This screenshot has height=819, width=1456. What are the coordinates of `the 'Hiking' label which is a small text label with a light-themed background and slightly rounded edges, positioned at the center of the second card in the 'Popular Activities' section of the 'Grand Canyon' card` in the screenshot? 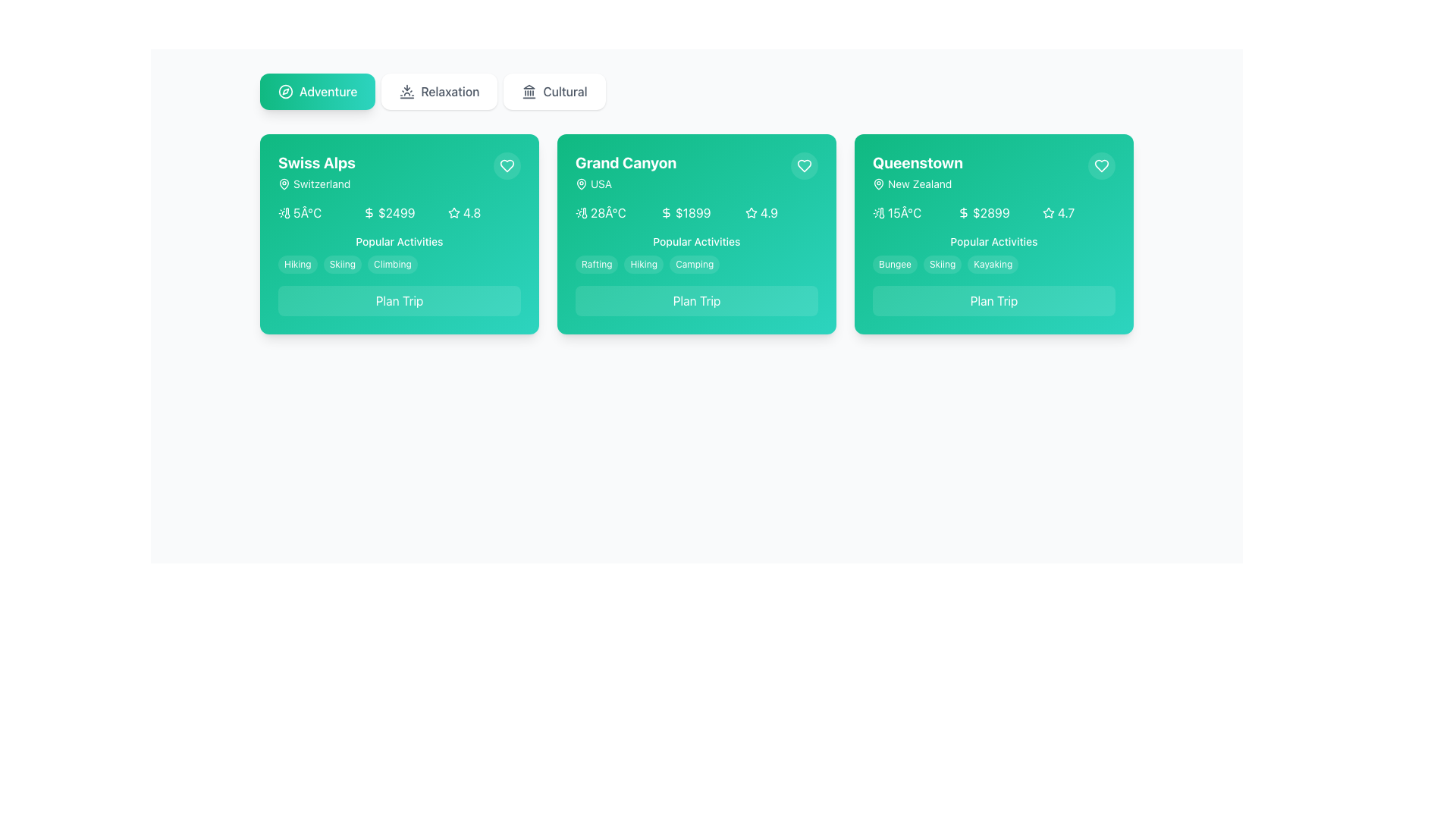 It's located at (644, 263).